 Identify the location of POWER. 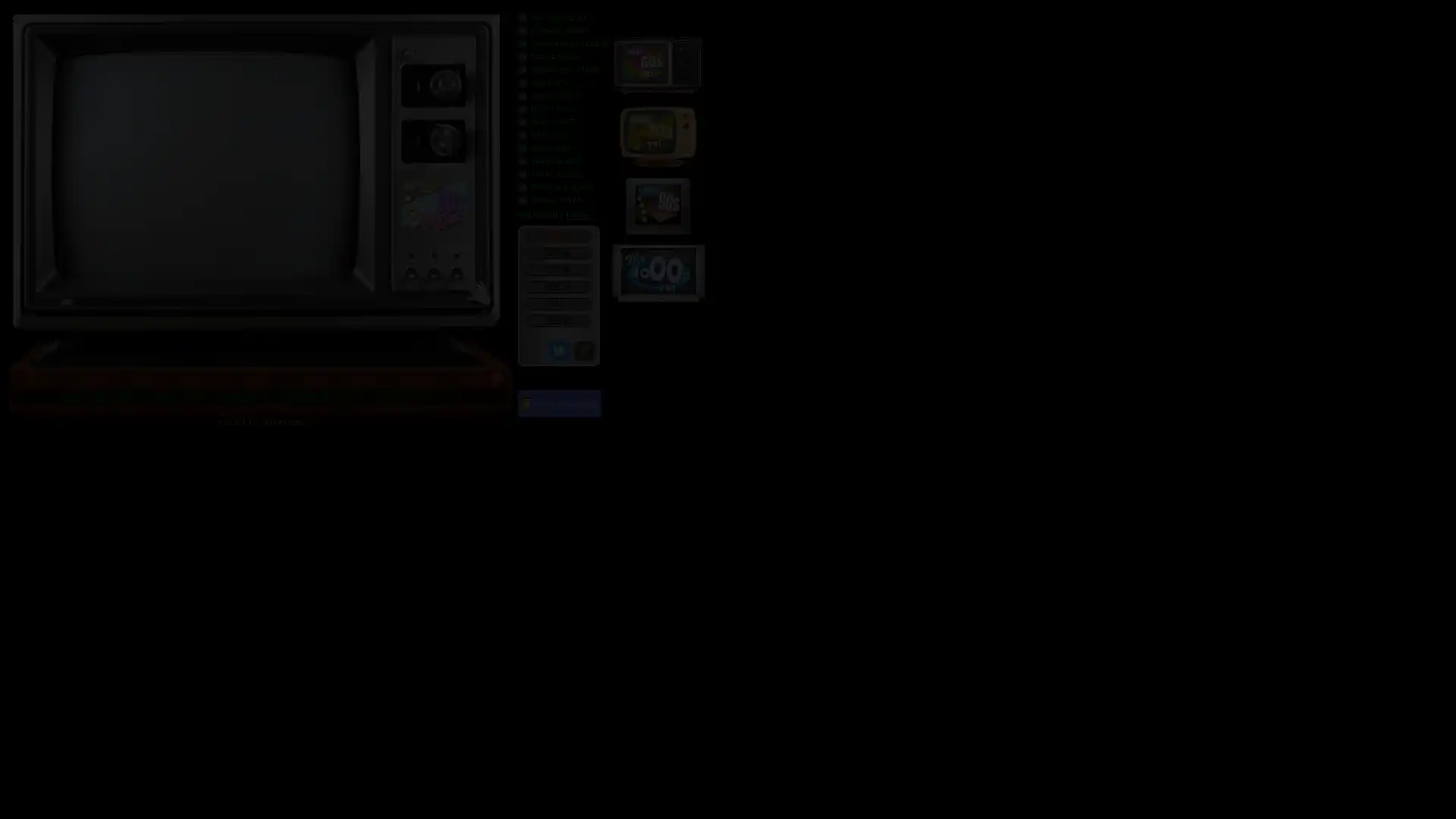
(557, 236).